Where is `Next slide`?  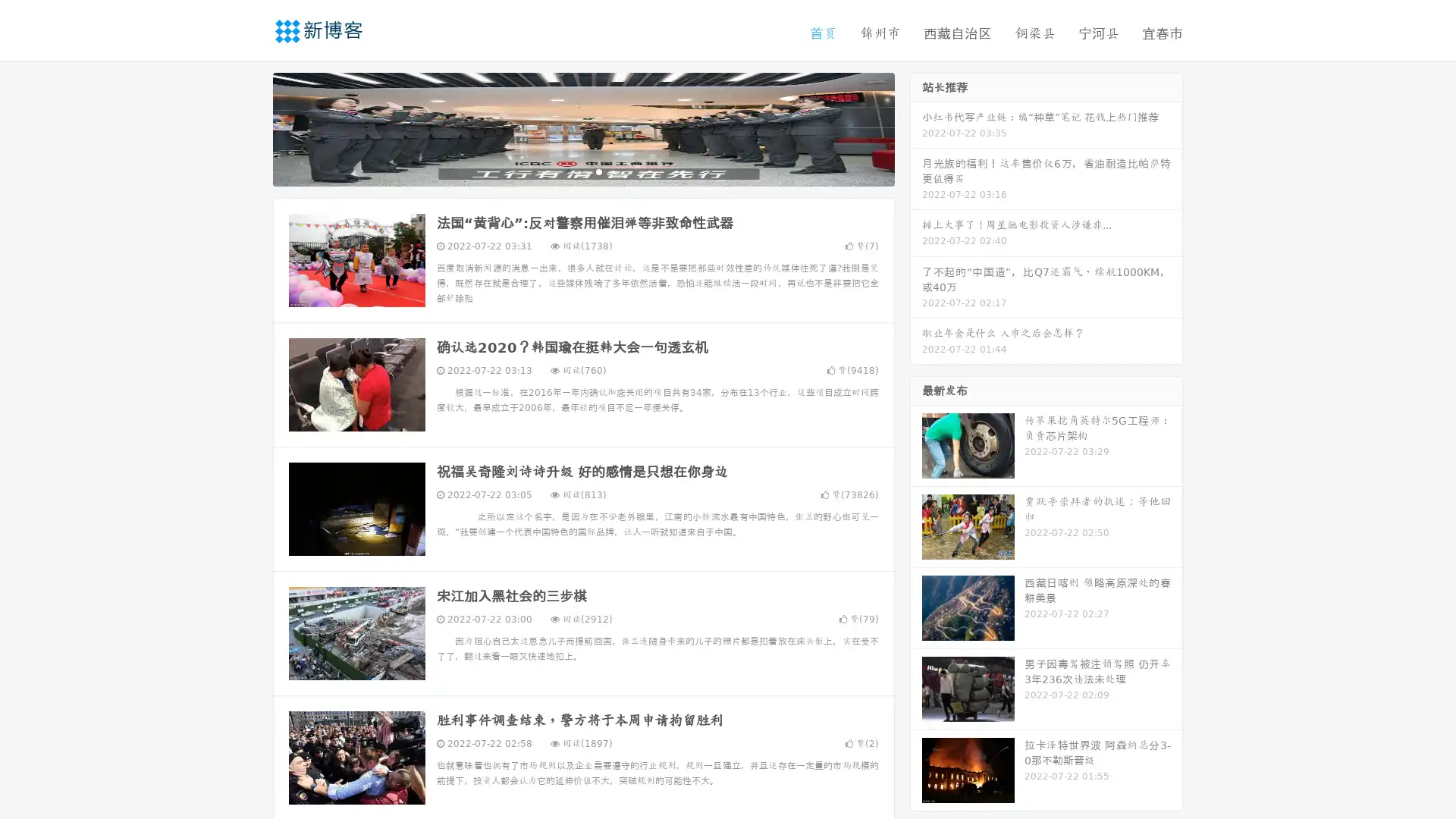
Next slide is located at coordinates (916, 127).